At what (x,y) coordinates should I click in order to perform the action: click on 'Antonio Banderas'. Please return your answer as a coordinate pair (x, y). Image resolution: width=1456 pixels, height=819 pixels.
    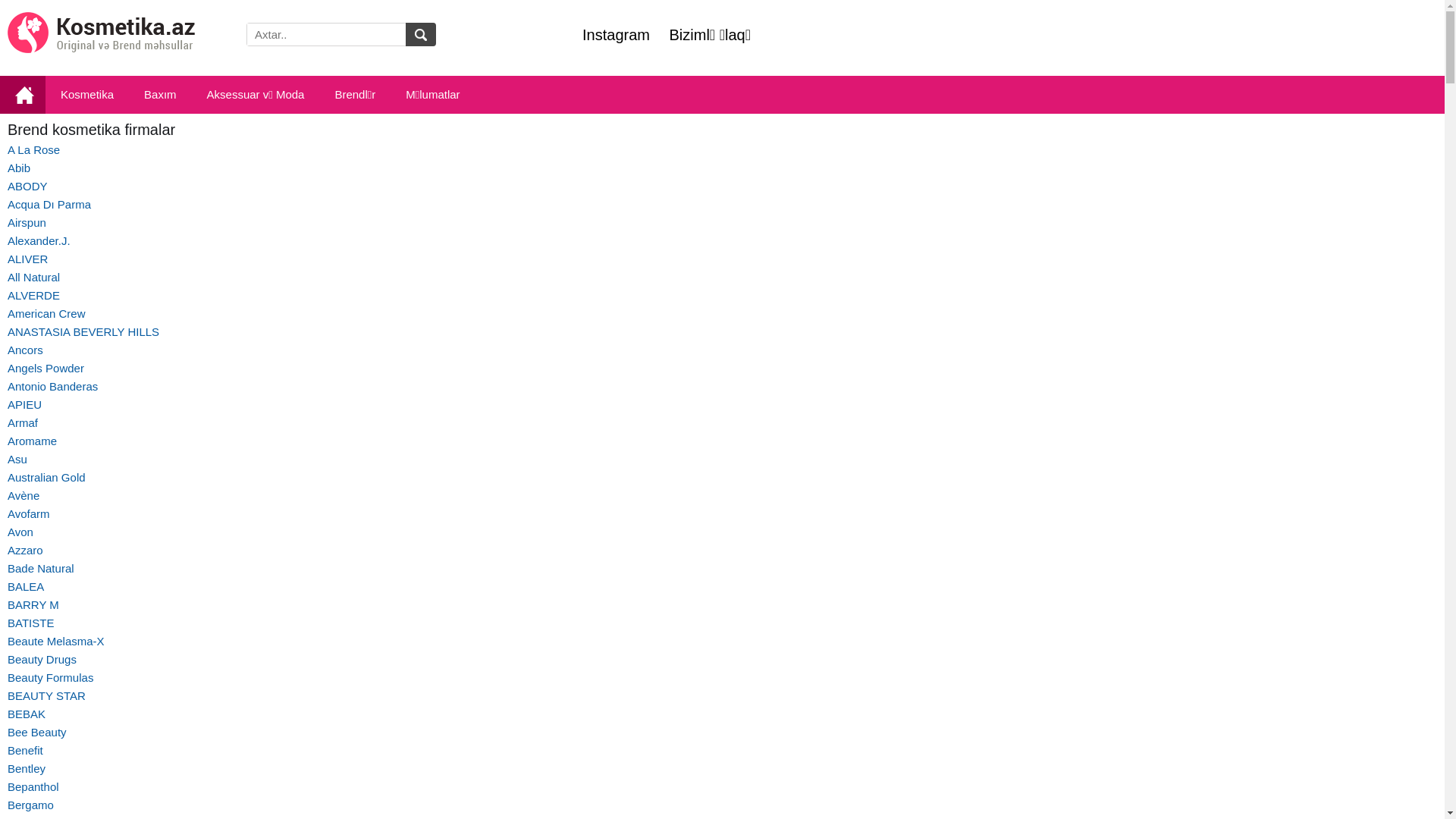
    Looking at the image, I should click on (52, 385).